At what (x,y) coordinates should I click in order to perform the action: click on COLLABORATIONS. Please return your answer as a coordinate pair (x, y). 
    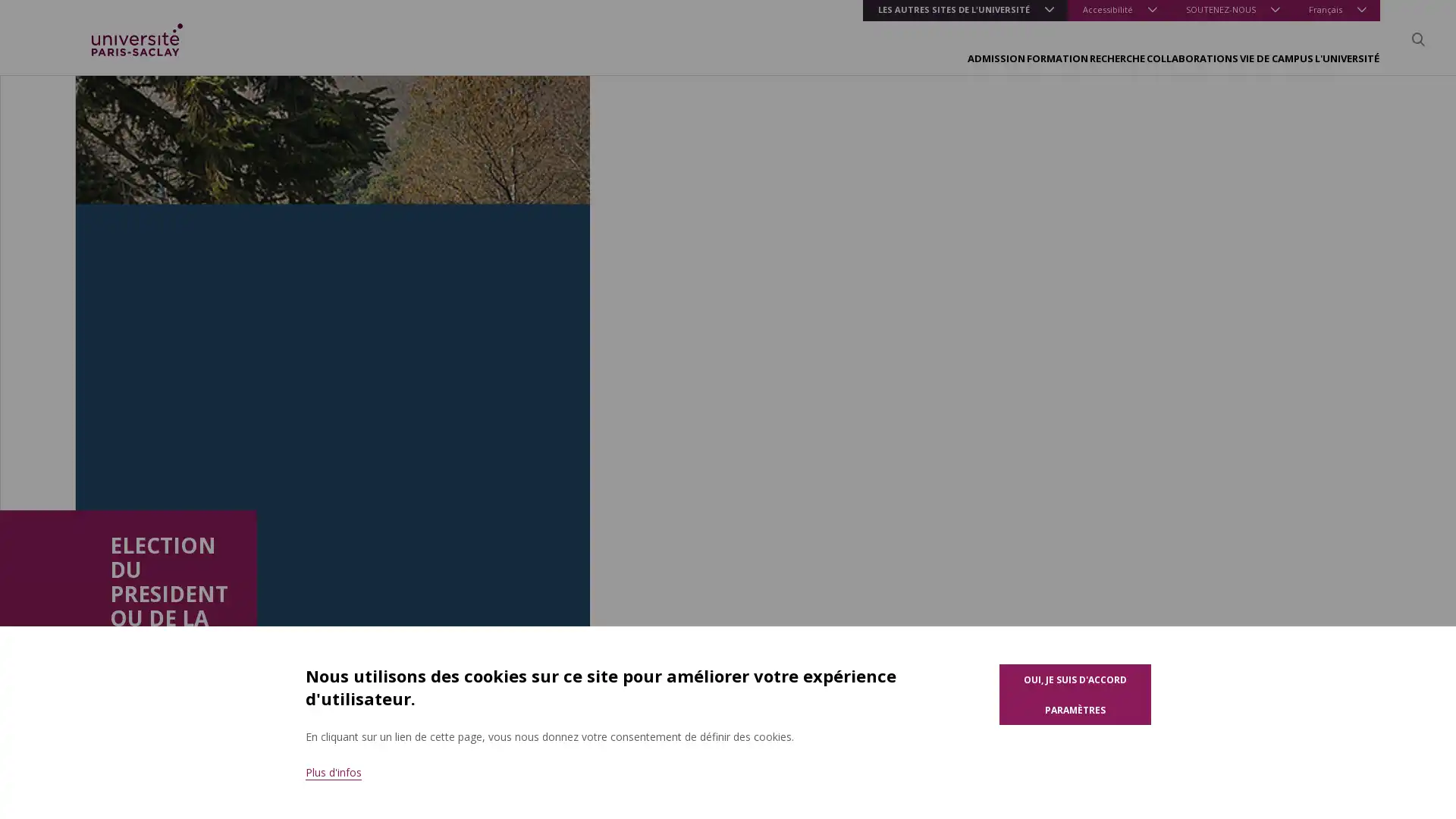
    Looking at the image, I should click on (1081, 52).